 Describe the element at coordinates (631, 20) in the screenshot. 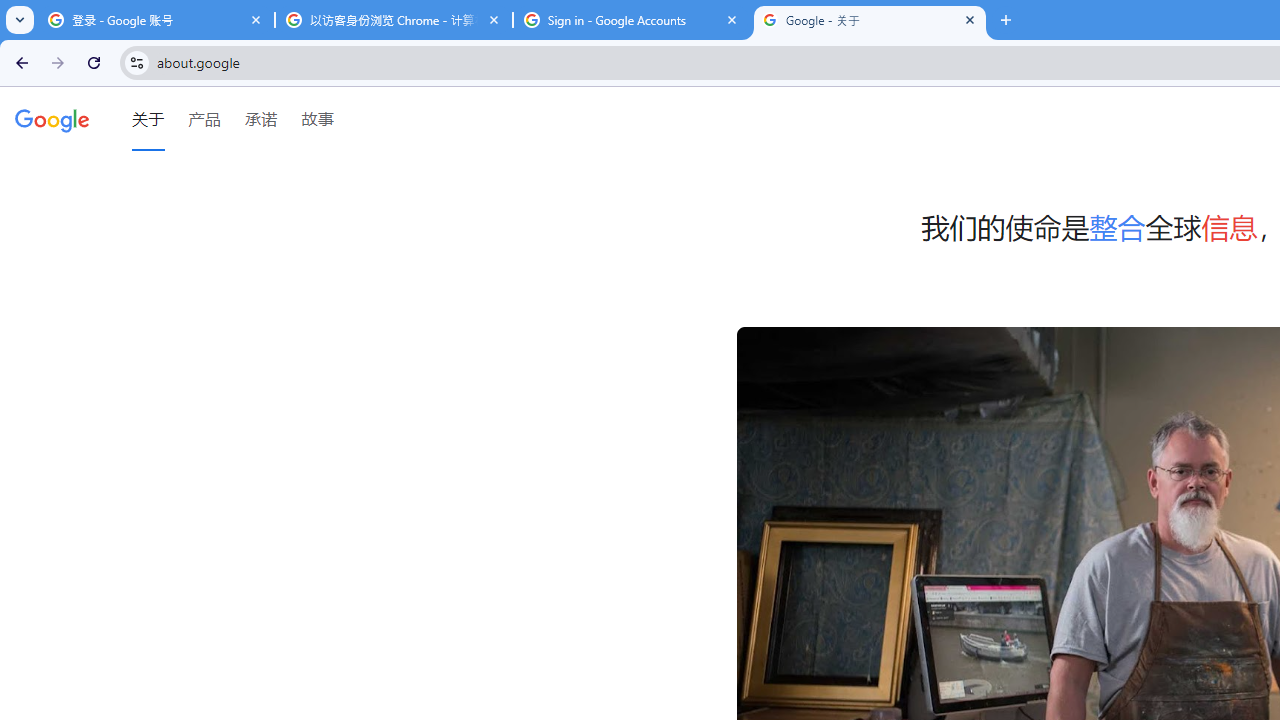

I see `'Sign in - Google Accounts'` at that location.